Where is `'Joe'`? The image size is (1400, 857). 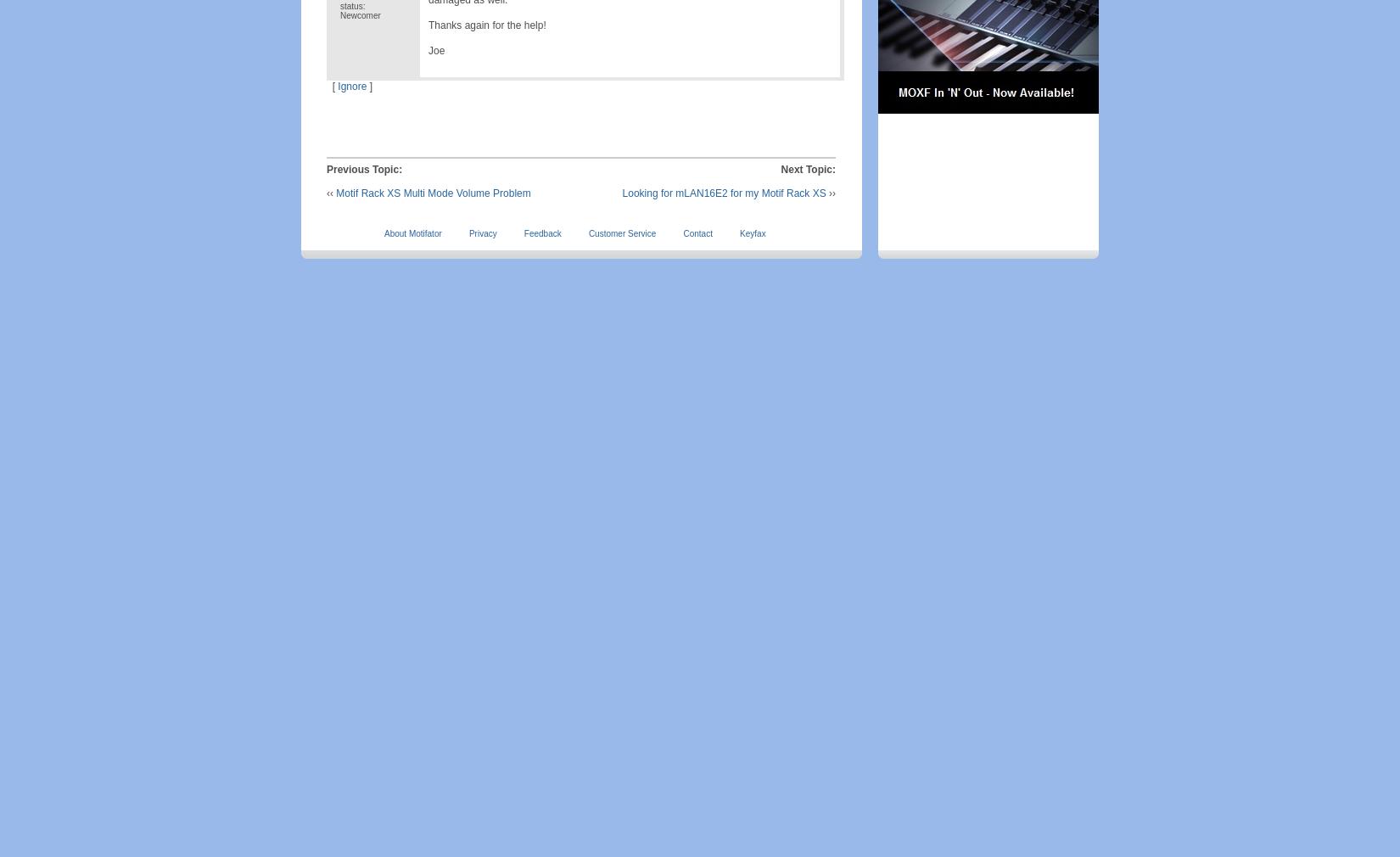
'Joe' is located at coordinates (435, 49).